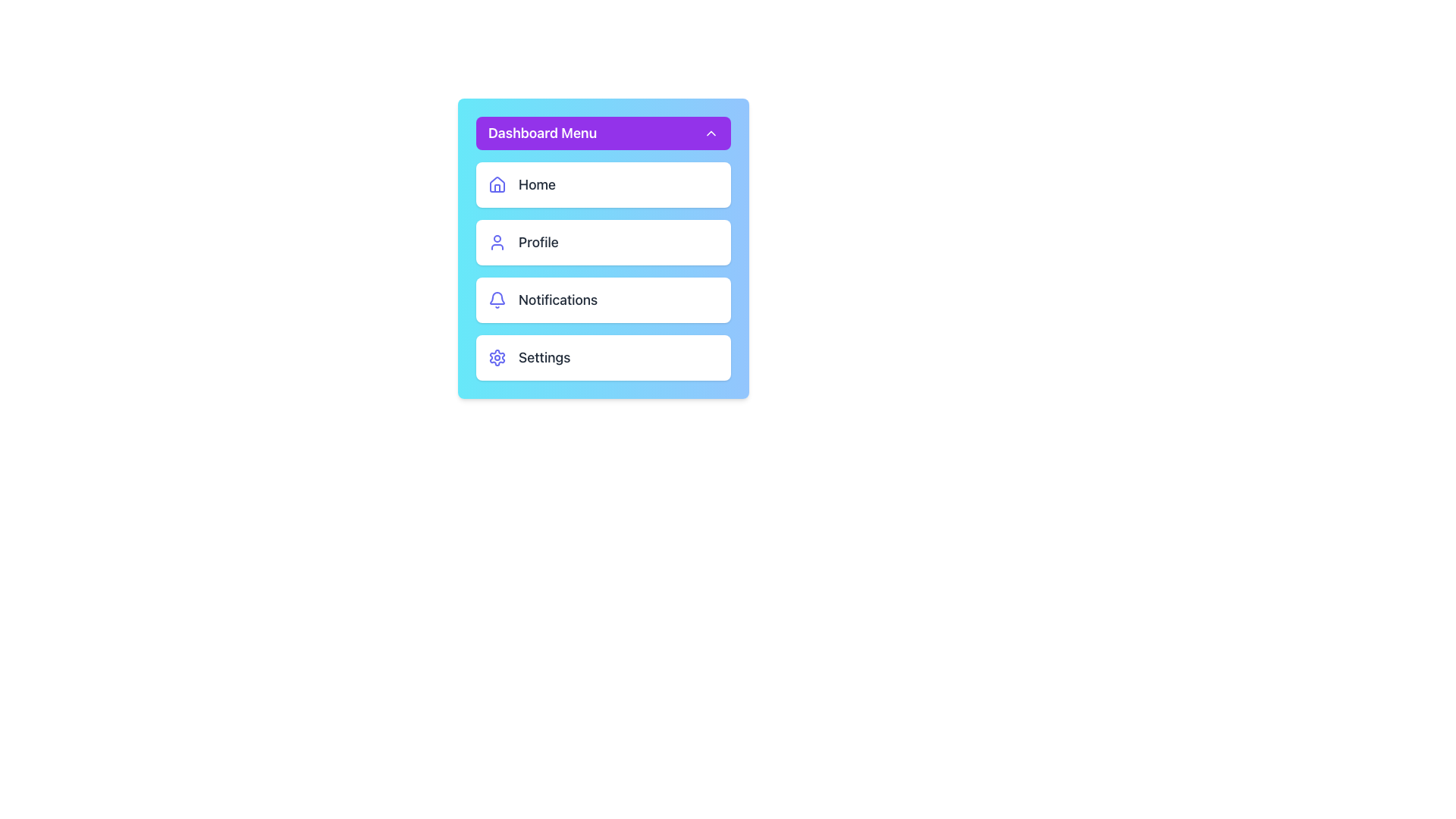 The width and height of the screenshot is (1456, 819). What do you see at coordinates (497, 357) in the screenshot?
I see `the settings icon located in the bottom right corner of the vertical menu, adjacent to the 'Settings' option text` at bounding box center [497, 357].